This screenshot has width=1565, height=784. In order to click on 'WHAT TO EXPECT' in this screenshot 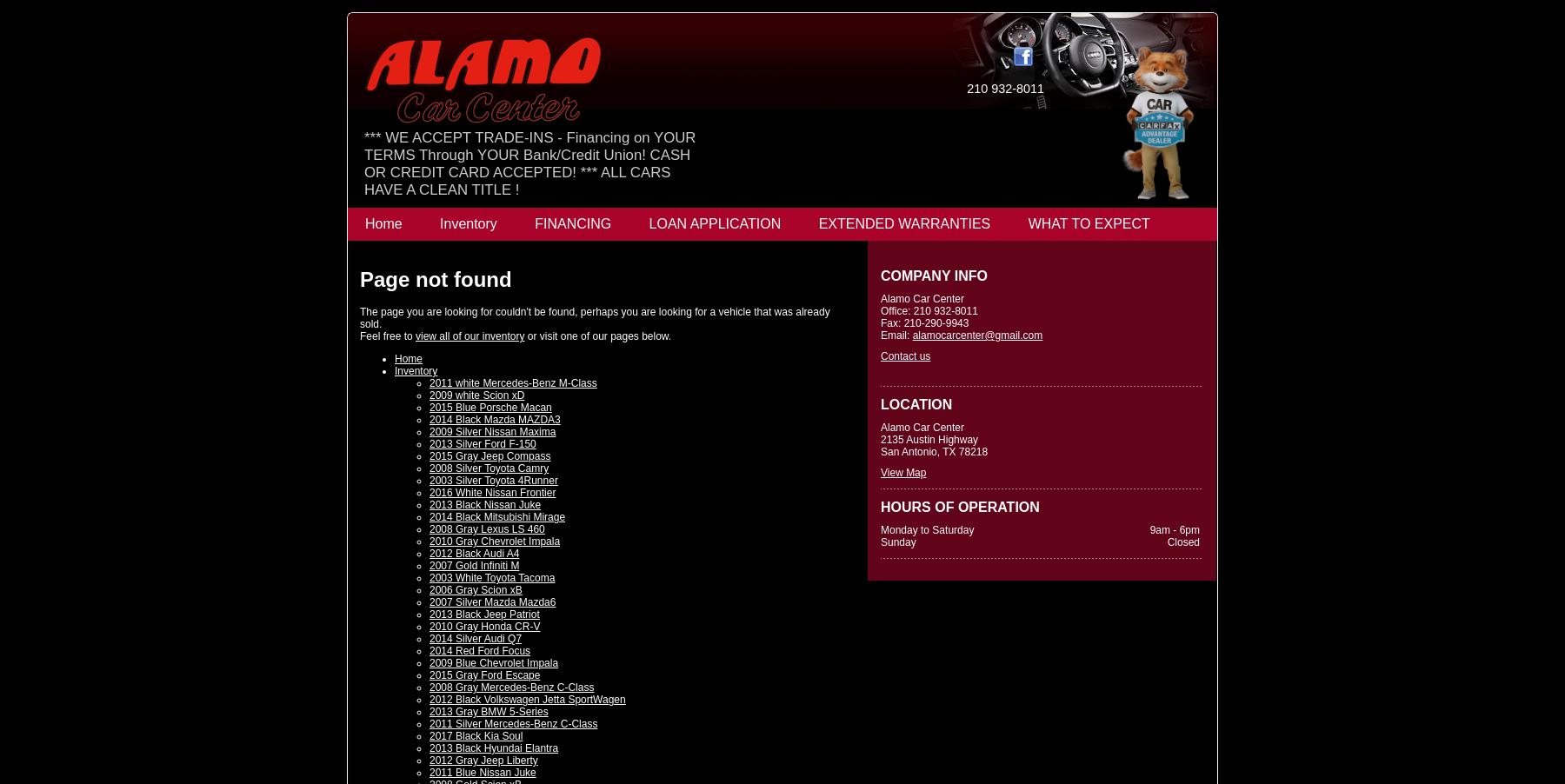, I will do `click(1027, 223)`.